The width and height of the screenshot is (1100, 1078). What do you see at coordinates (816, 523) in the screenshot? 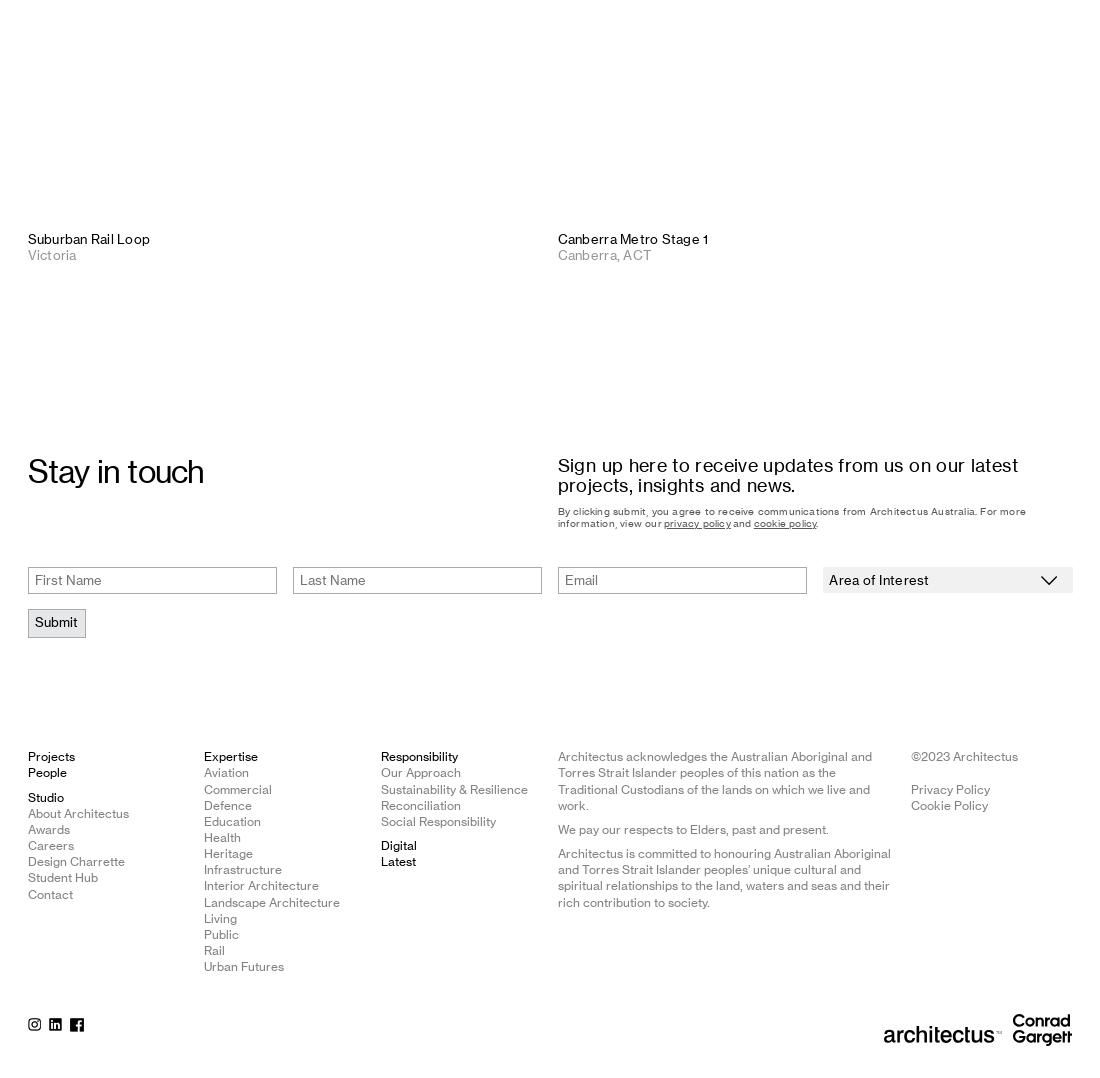
I see `'.'` at bounding box center [816, 523].